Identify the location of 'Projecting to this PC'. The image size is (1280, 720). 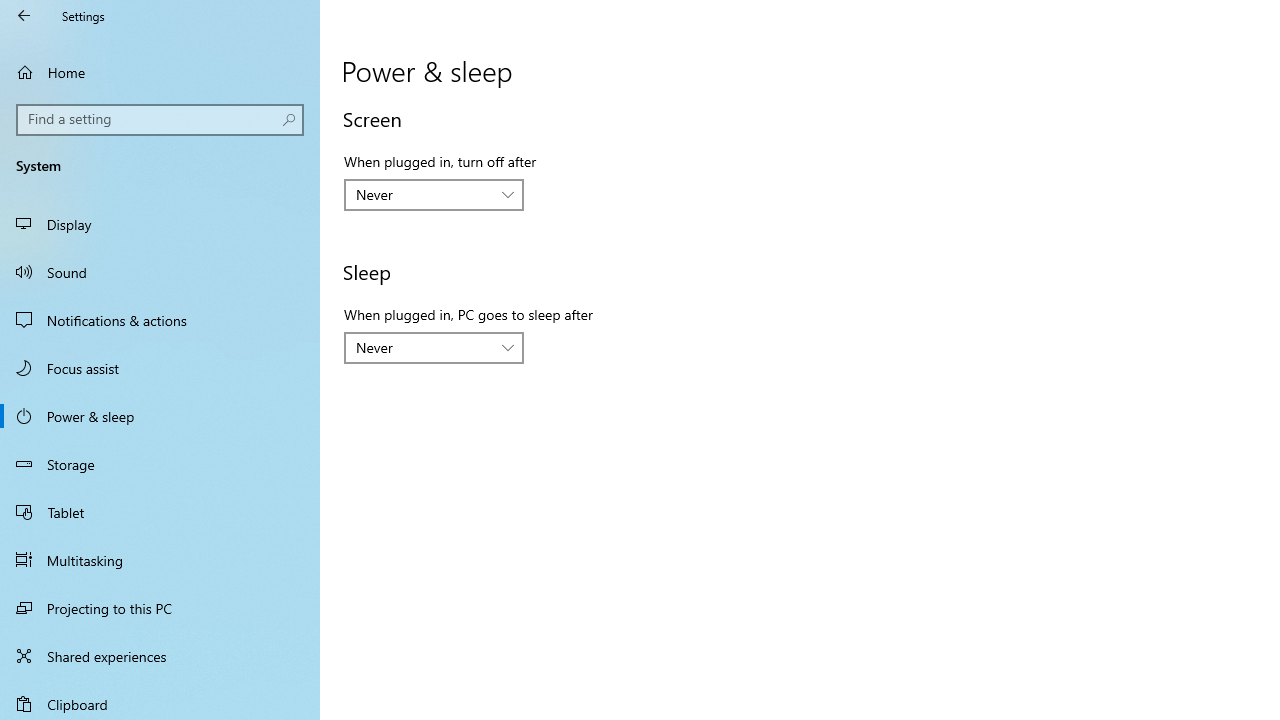
(160, 607).